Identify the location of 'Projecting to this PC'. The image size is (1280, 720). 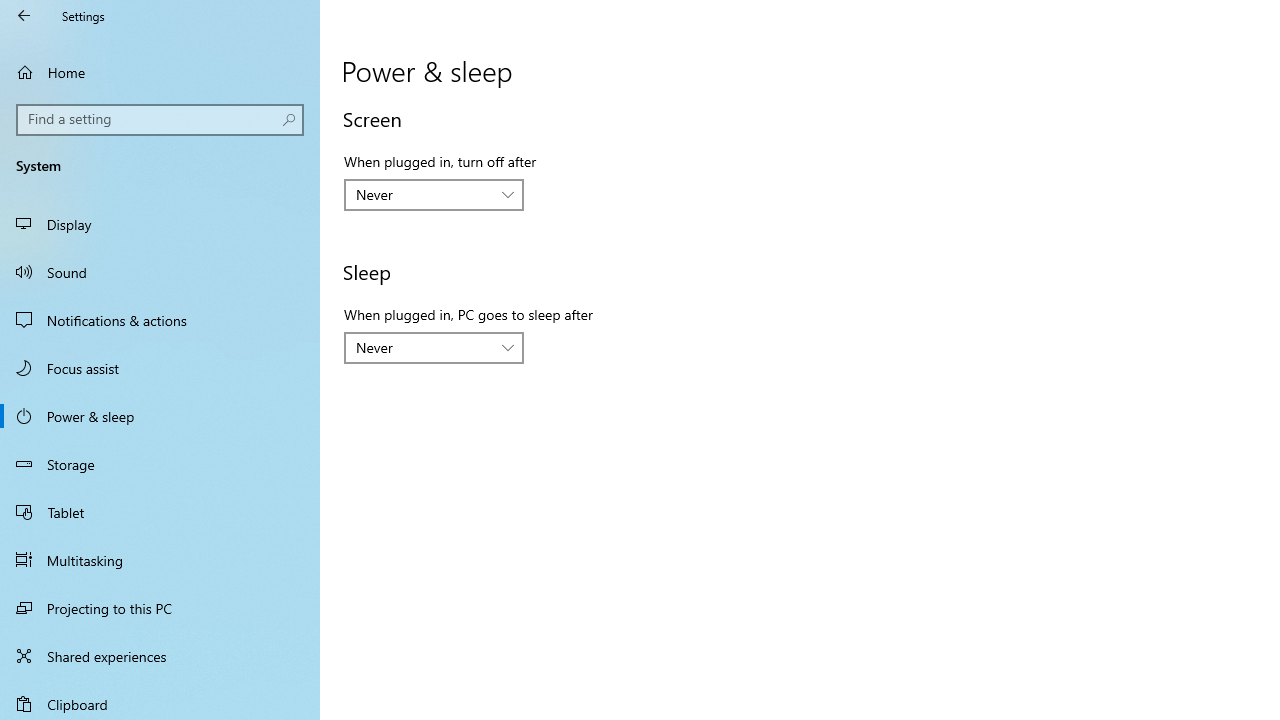
(160, 607).